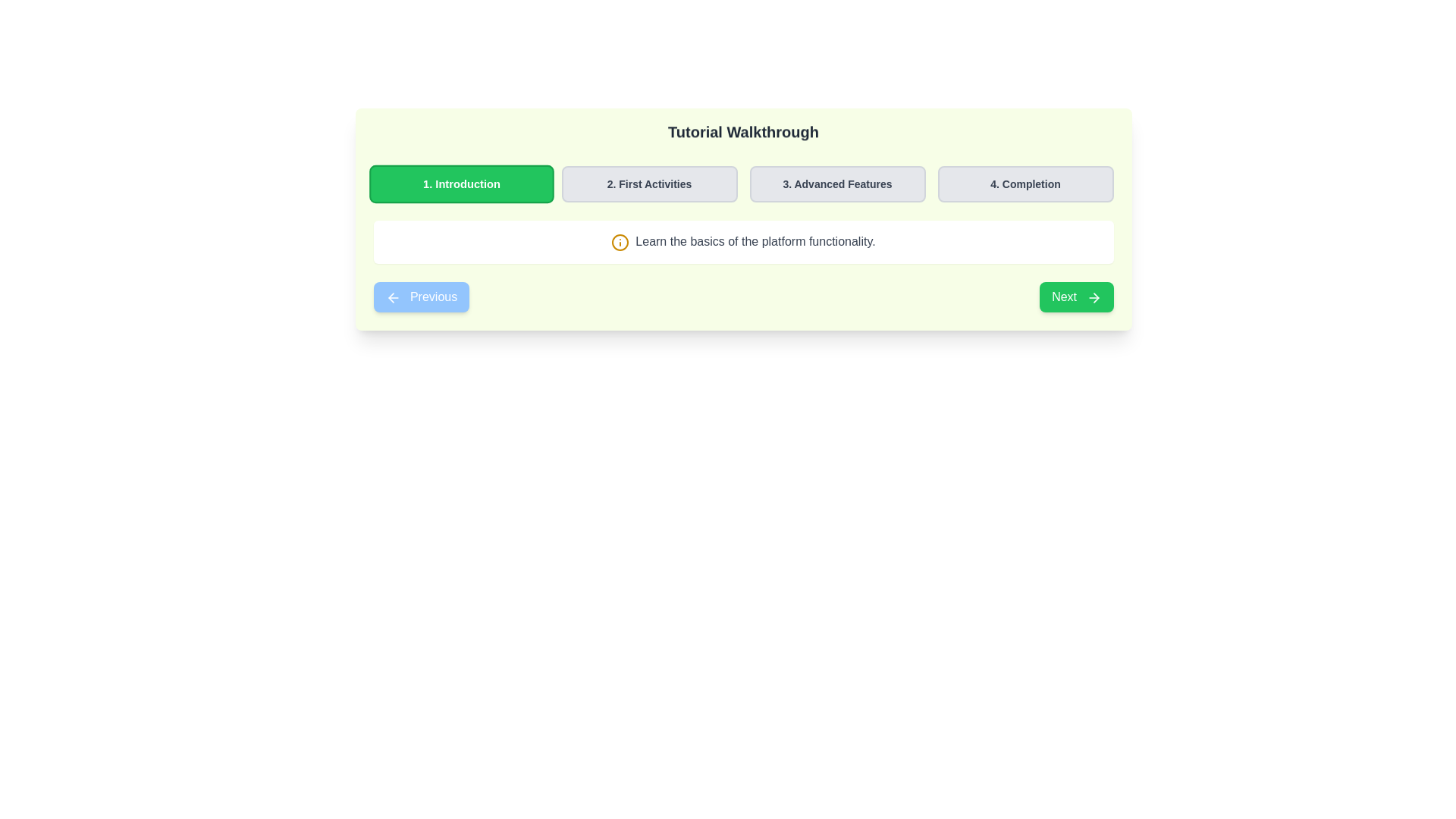  I want to click on the 'Previous' button, which is a rectangular button with rounded corners, a blue background, and white text, located to the left of the 'Next' button, so click(421, 297).